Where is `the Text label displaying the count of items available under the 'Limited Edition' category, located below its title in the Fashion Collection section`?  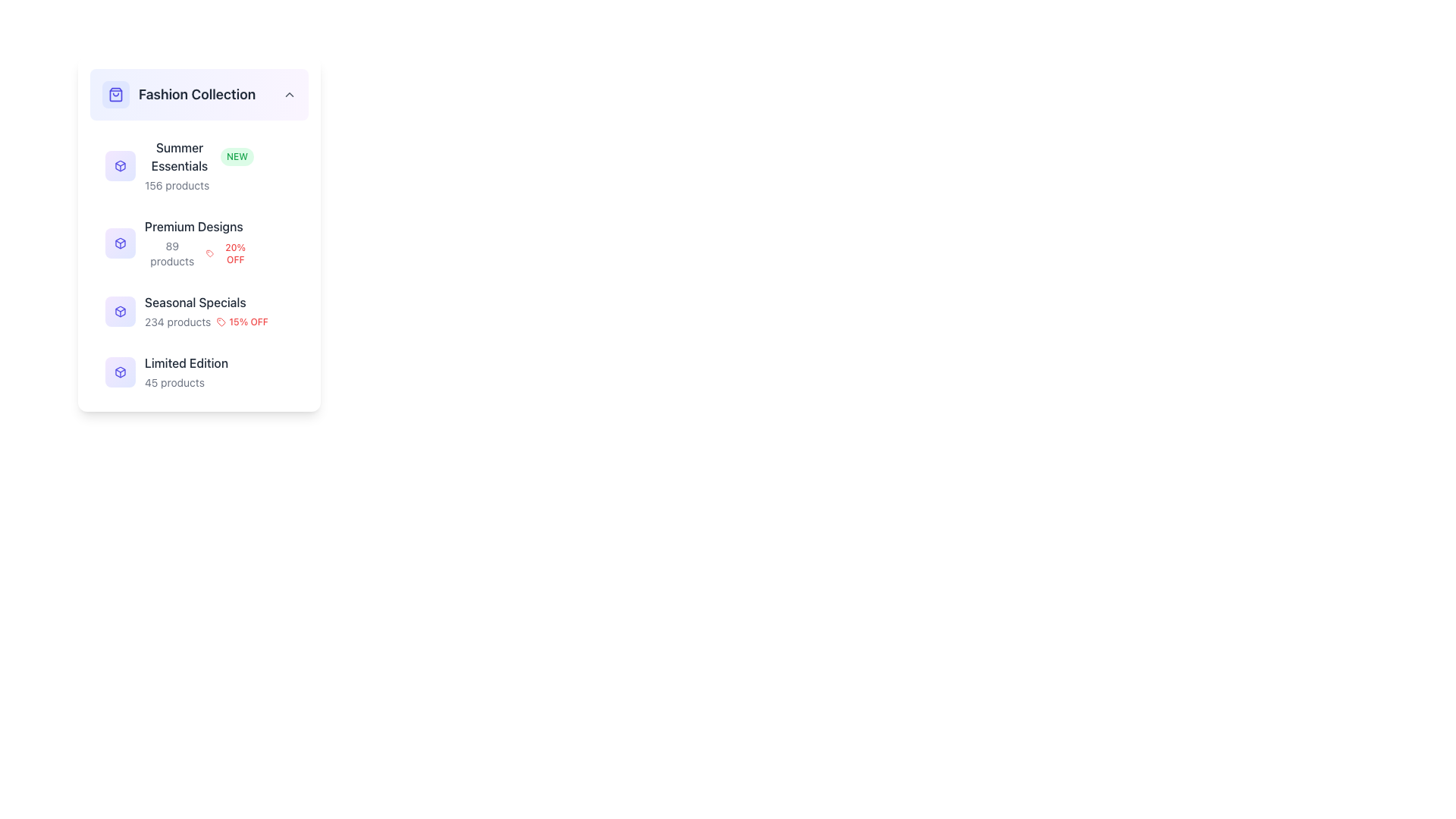
the Text label displaying the count of items available under the 'Limited Edition' category, located below its title in the Fashion Collection section is located at coordinates (199, 382).